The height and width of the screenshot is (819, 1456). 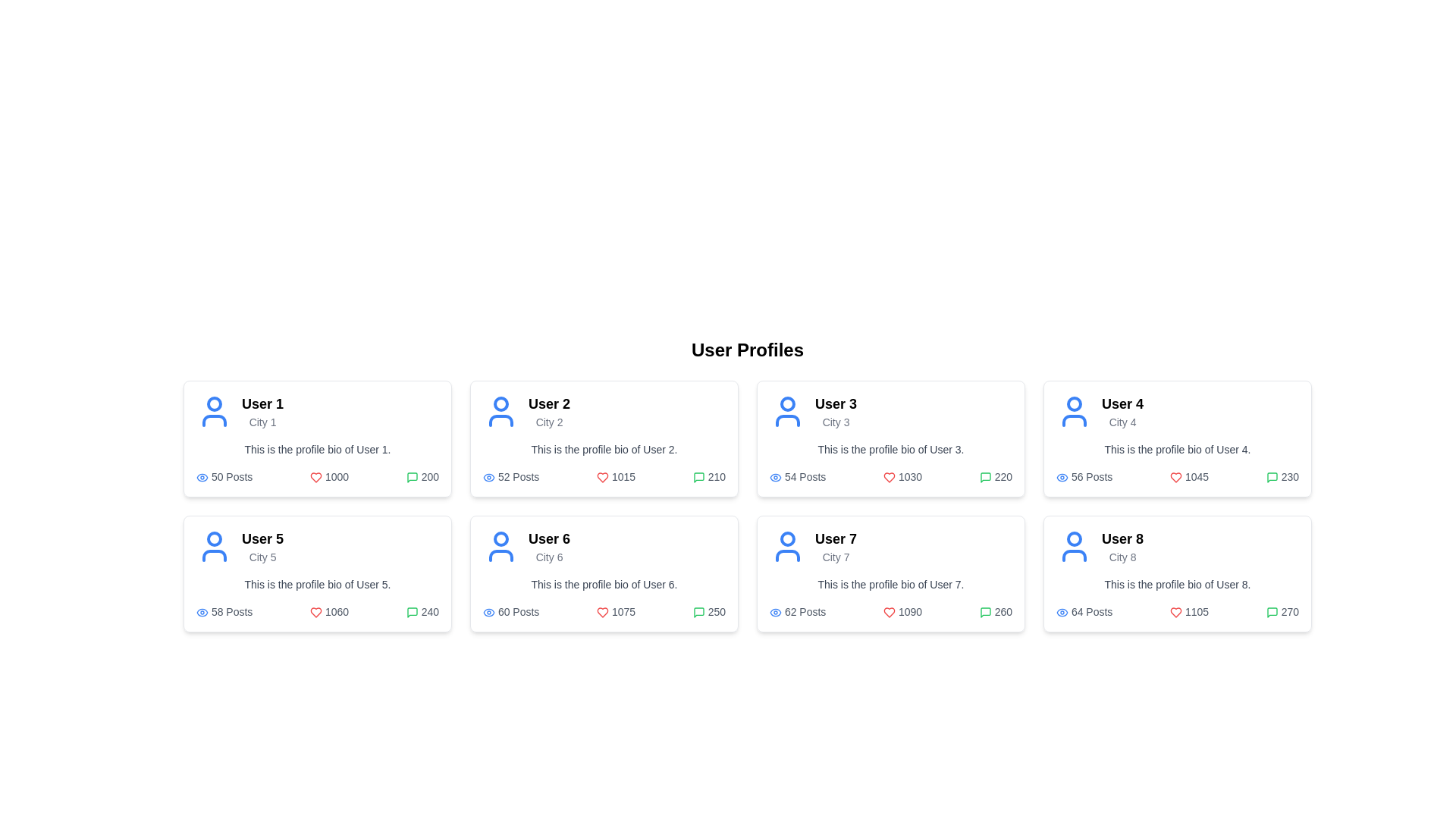 What do you see at coordinates (1282, 610) in the screenshot?
I see `the text displaying the number '270' in gray font, accompanied by a green comment icon in the bottom-right corner of the user profile card for 'User 8'` at bounding box center [1282, 610].